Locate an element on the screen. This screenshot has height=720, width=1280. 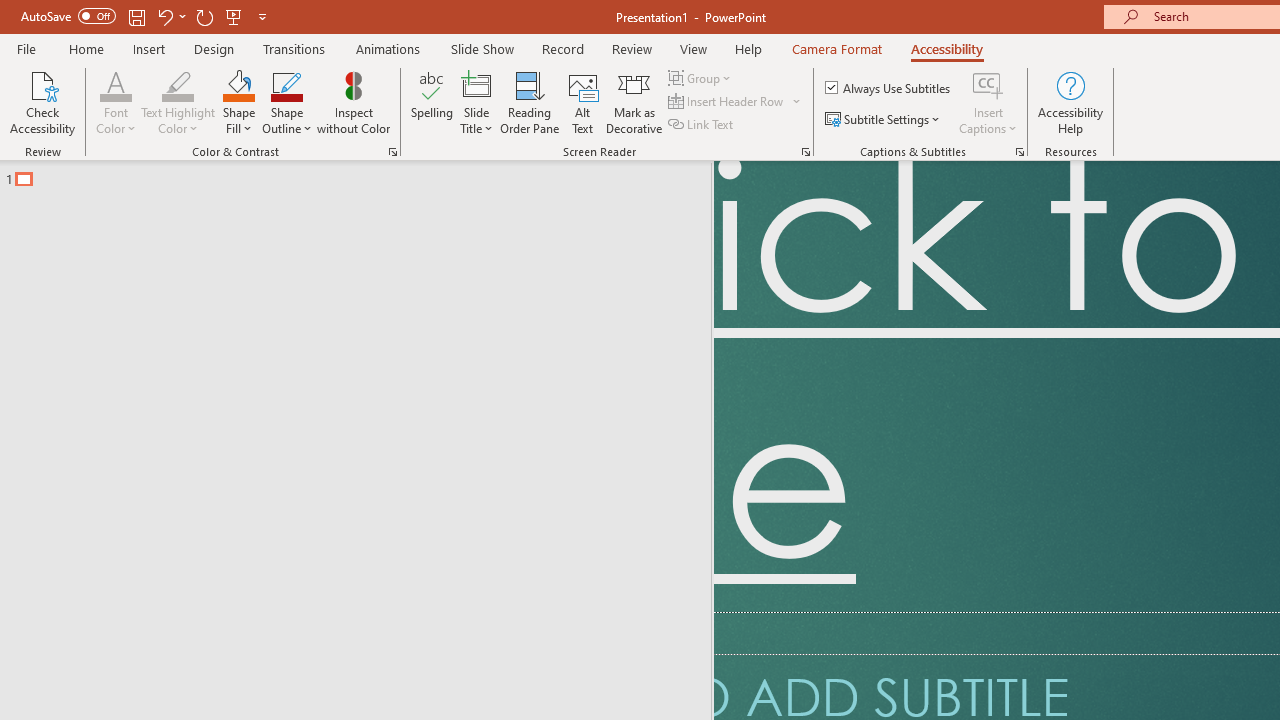
'Accessibility Help' is located at coordinates (1069, 103).